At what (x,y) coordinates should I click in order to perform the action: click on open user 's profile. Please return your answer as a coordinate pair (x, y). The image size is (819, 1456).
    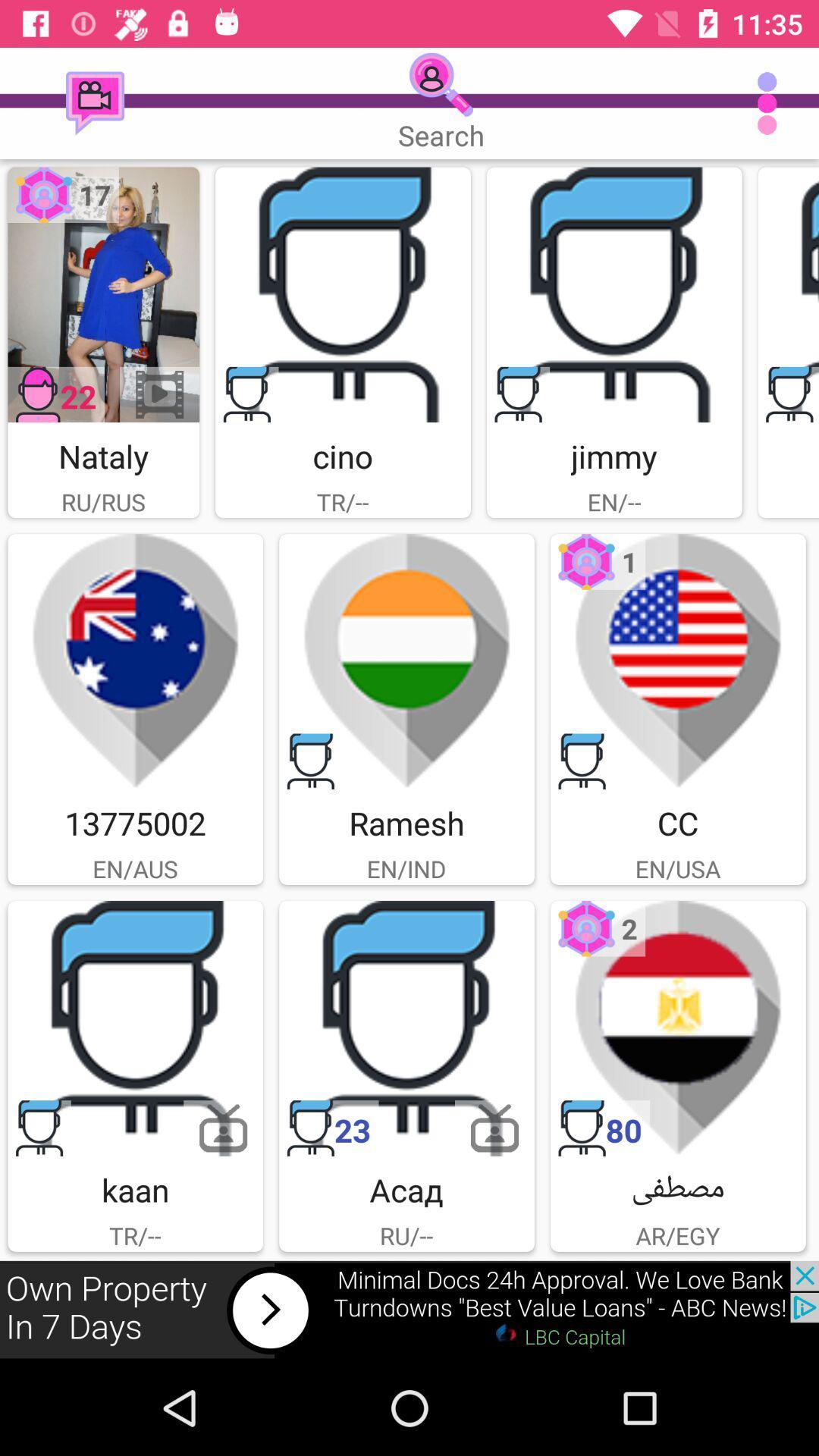
    Looking at the image, I should click on (677, 1028).